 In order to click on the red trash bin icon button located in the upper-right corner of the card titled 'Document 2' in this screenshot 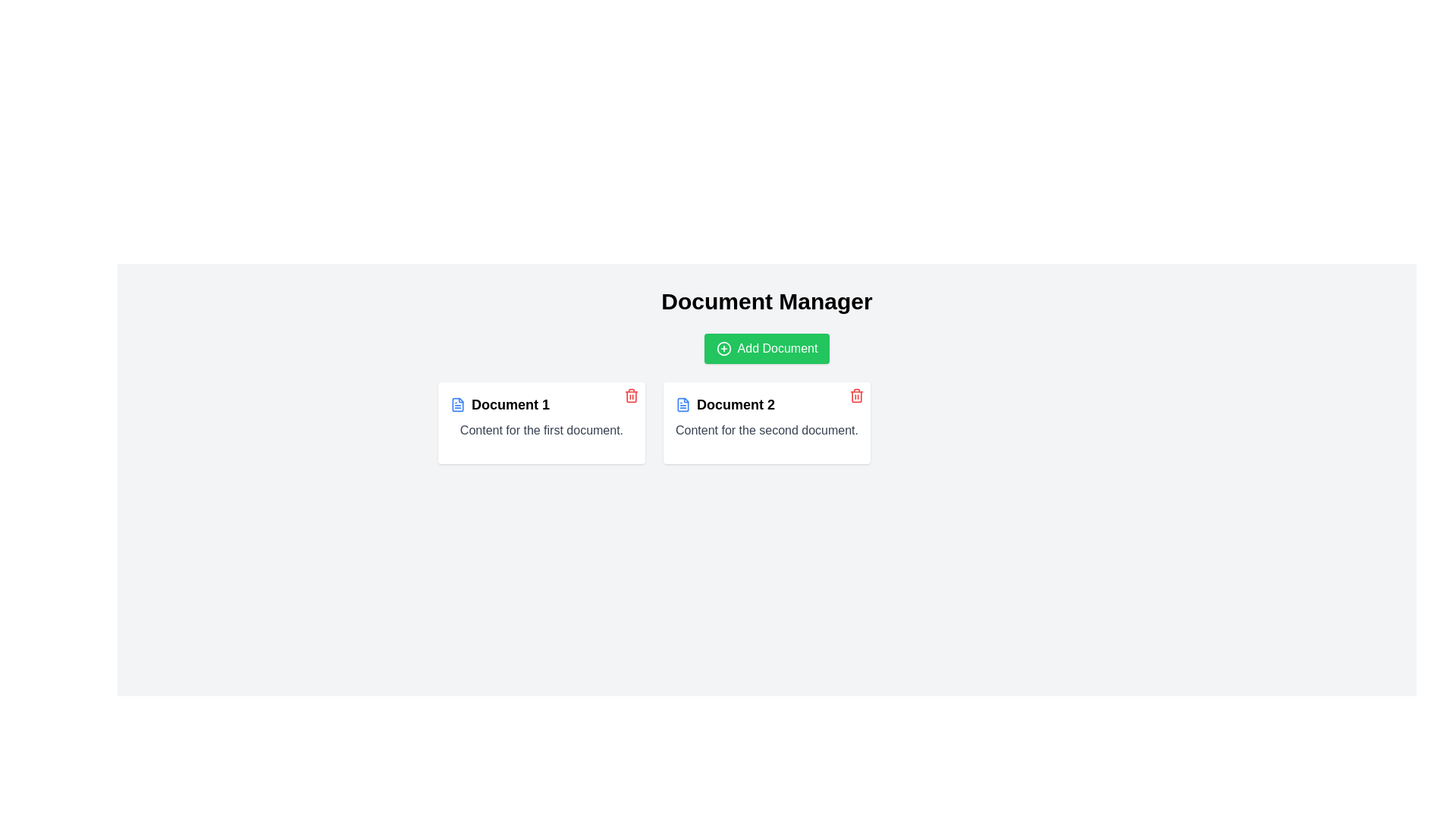, I will do `click(857, 394)`.